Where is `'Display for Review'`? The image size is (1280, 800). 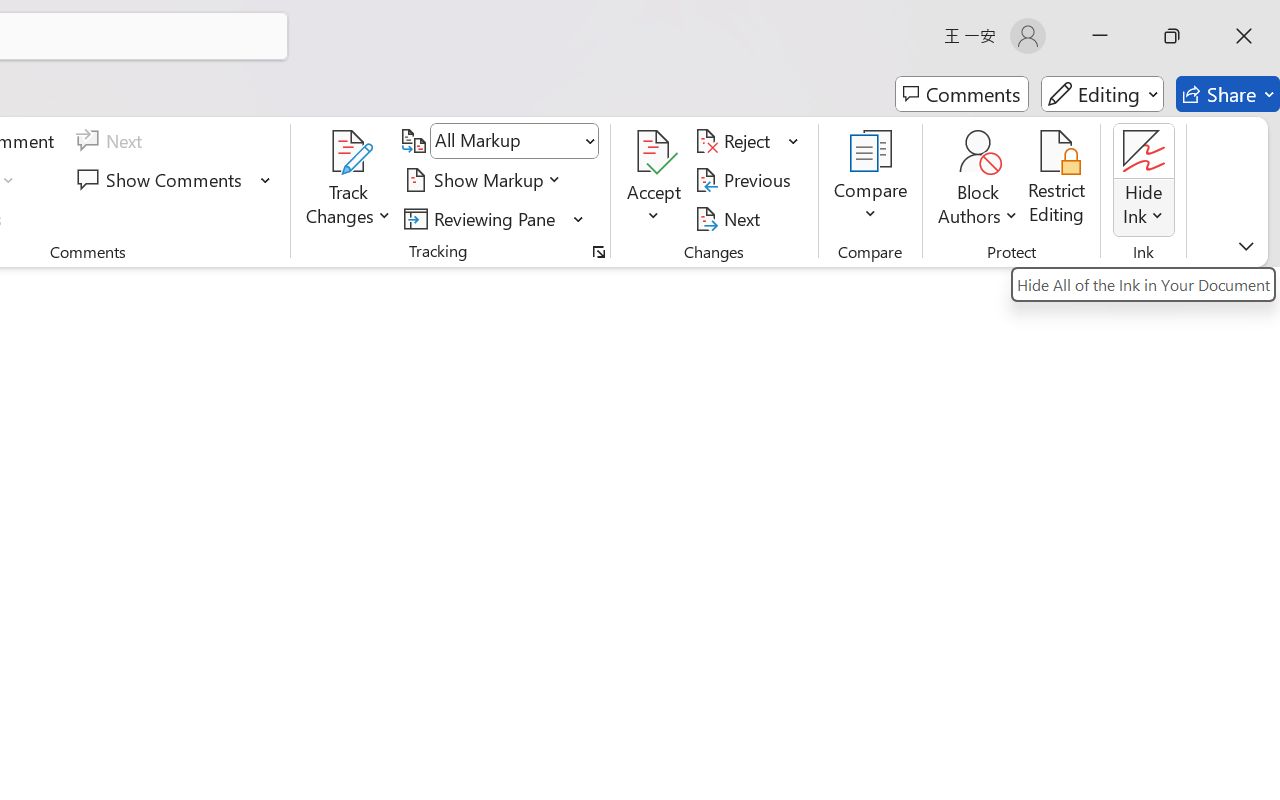
'Display for Review' is located at coordinates (514, 141).